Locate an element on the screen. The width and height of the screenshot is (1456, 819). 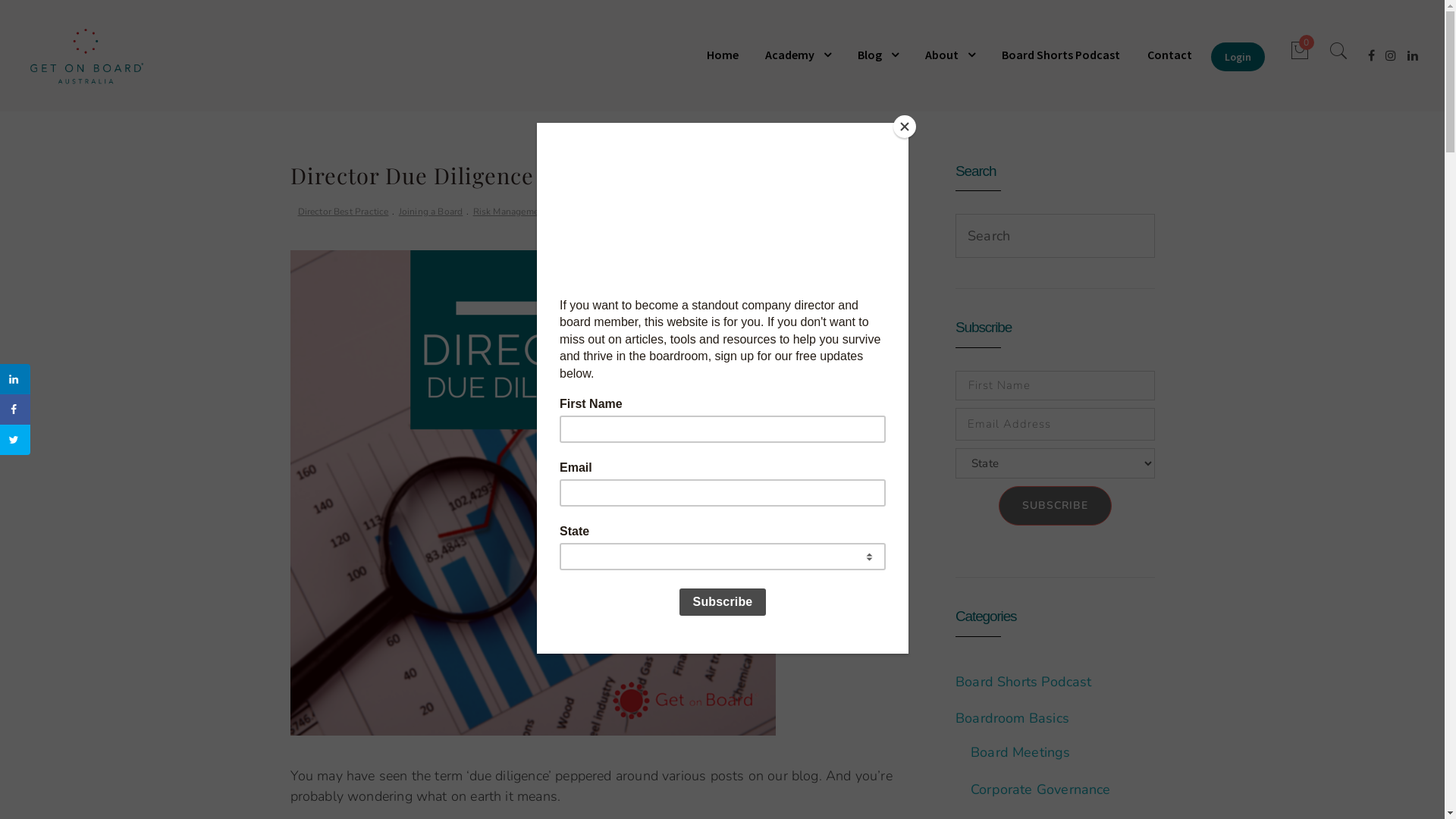
'Blog' is located at coordinates (877, 54).